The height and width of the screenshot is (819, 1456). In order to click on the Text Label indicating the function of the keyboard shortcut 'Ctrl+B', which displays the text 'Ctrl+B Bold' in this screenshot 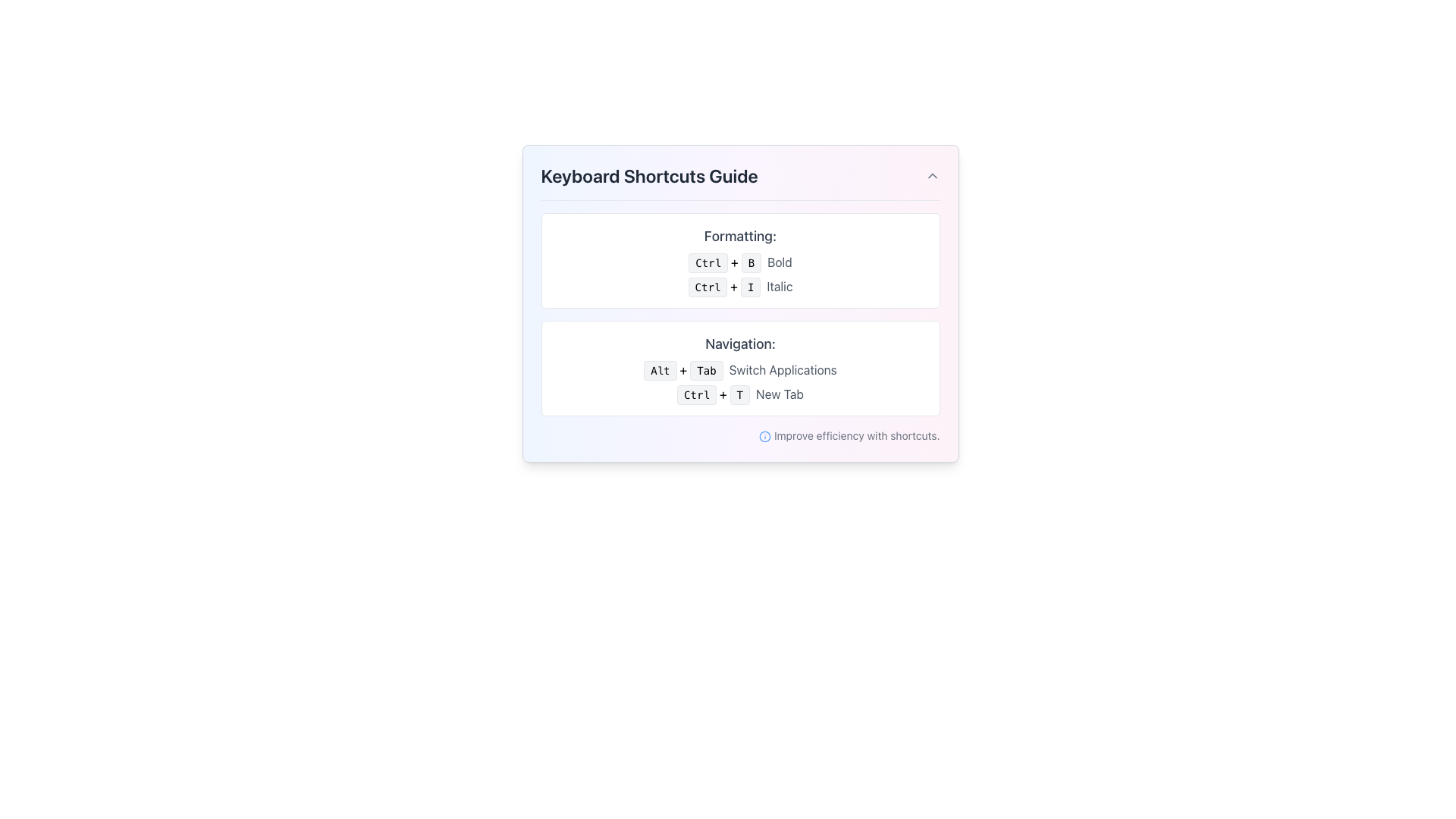, I will do `click(780, 262)`.